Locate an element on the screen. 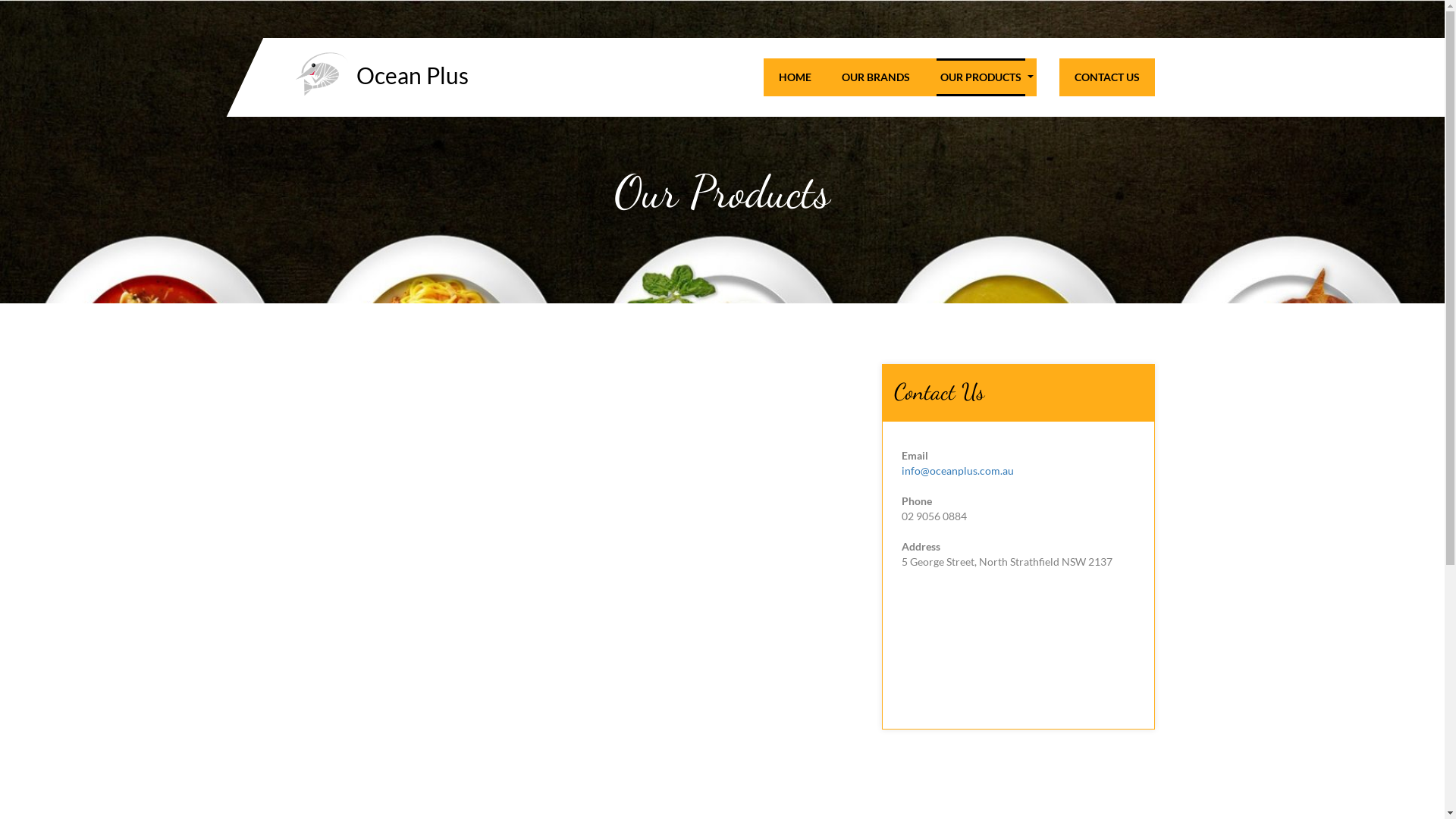 This screenshot has height=819, width=1456. 'OUR PRODUCTS' is located at coordinates (980, 77).